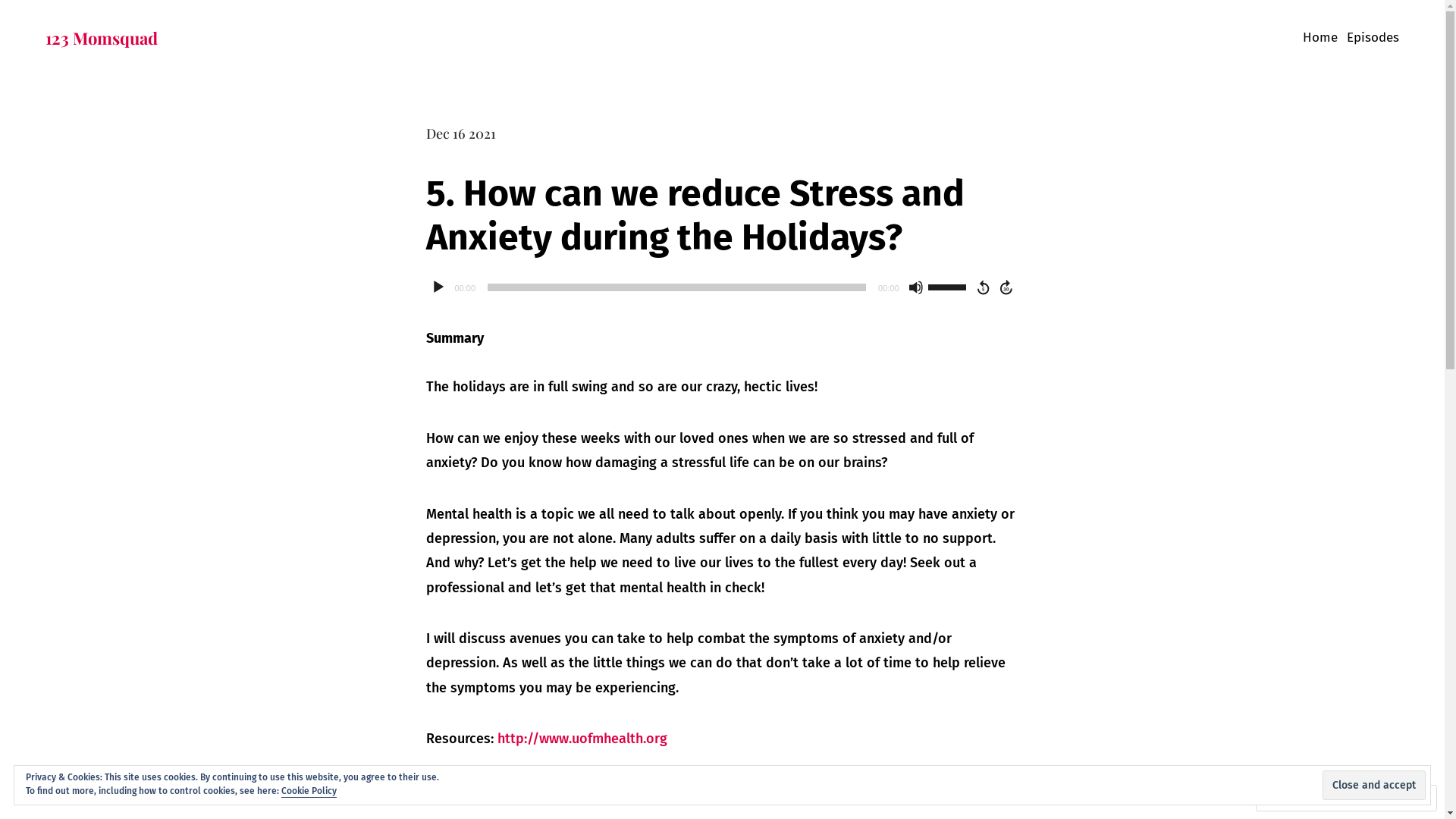 This screenshot has height=819, width=1456. What do you see at coordinates (1260, 797) in the screenshot?
I see `'Comment'` at bounding box center [1260, 797].